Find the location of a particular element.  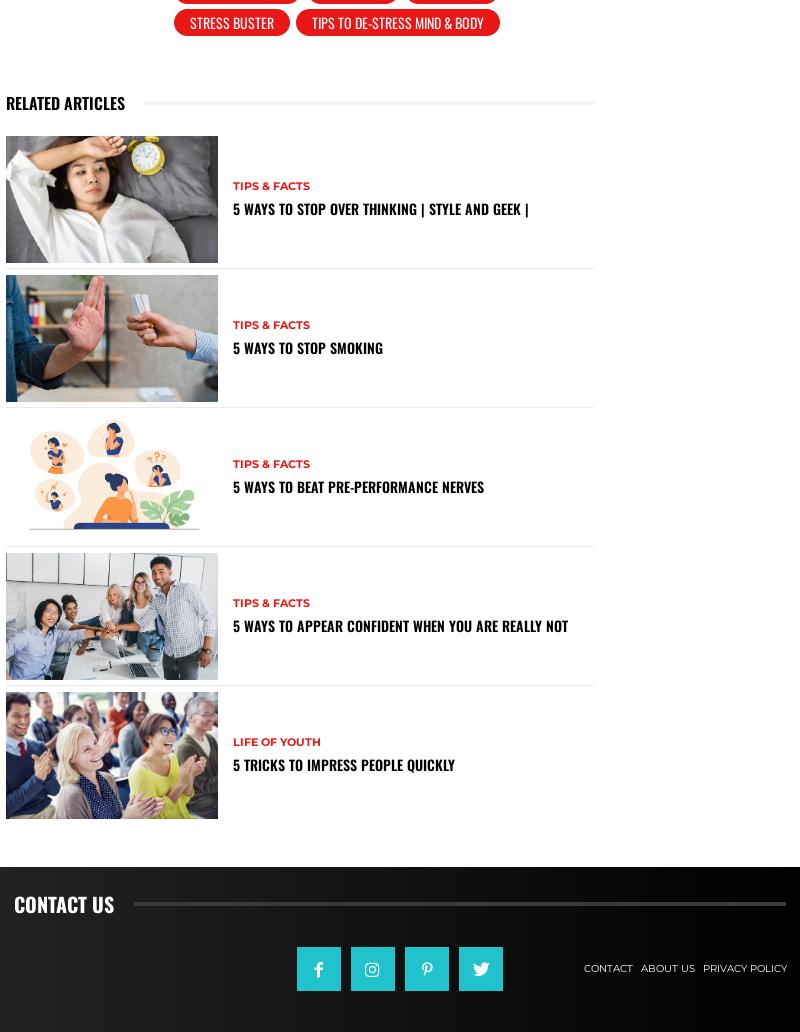

'Contact' is located at coordinates (607, 967).